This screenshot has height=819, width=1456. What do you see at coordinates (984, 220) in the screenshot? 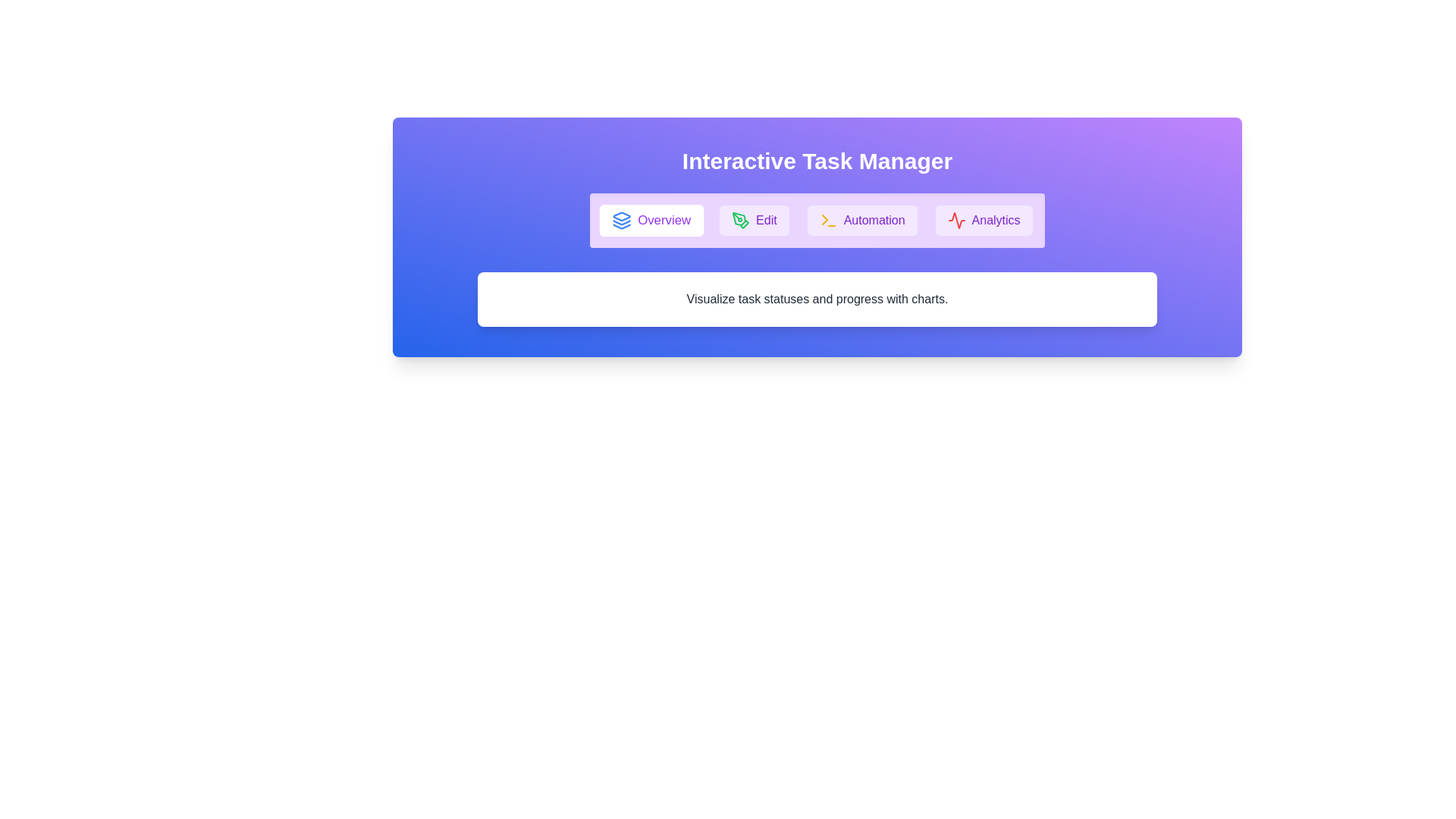
I see `the tab button labeled Analytics` at bounding box center [984, 220].